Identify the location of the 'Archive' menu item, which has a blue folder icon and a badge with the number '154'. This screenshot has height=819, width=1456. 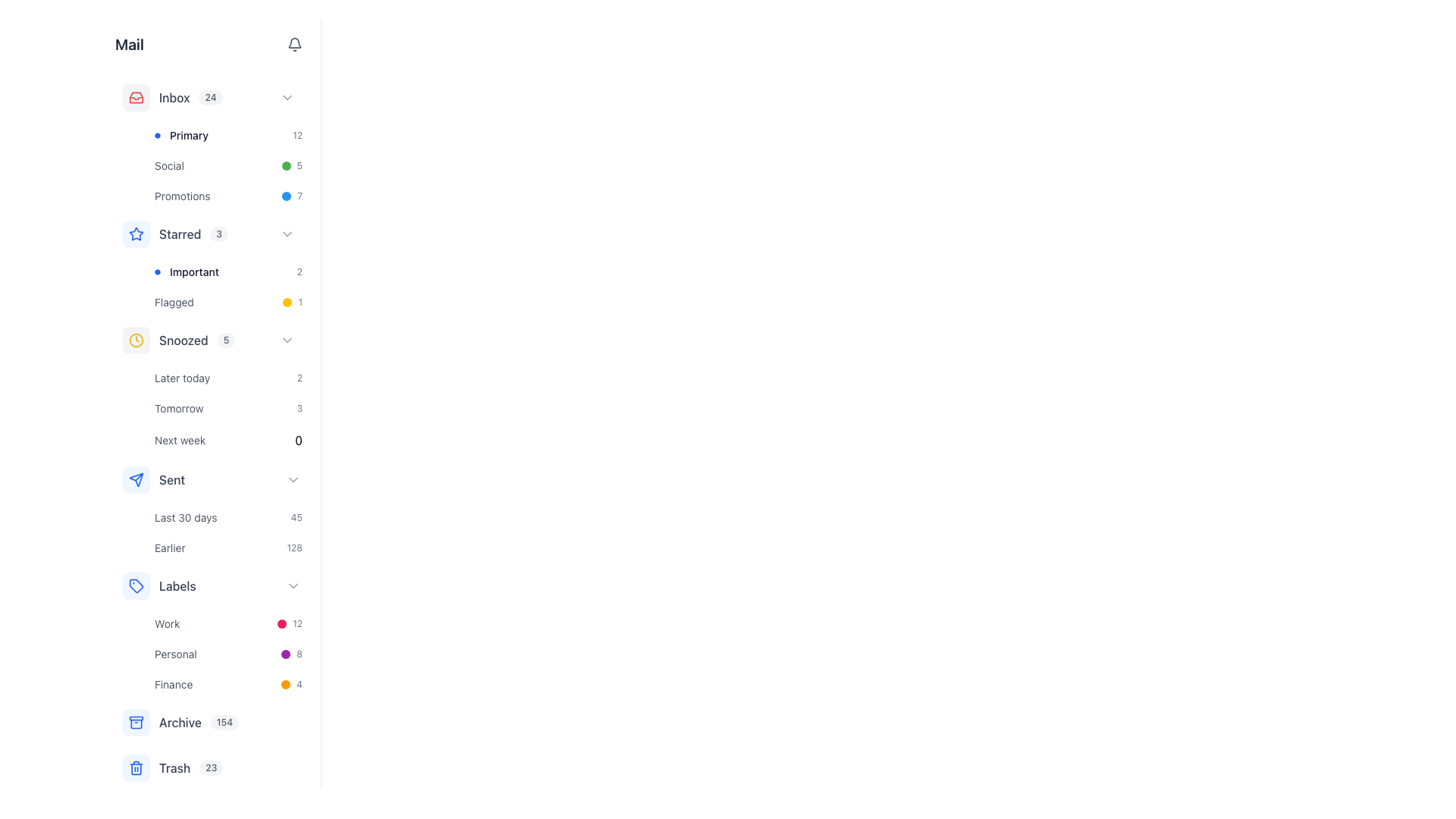
(211, 721).